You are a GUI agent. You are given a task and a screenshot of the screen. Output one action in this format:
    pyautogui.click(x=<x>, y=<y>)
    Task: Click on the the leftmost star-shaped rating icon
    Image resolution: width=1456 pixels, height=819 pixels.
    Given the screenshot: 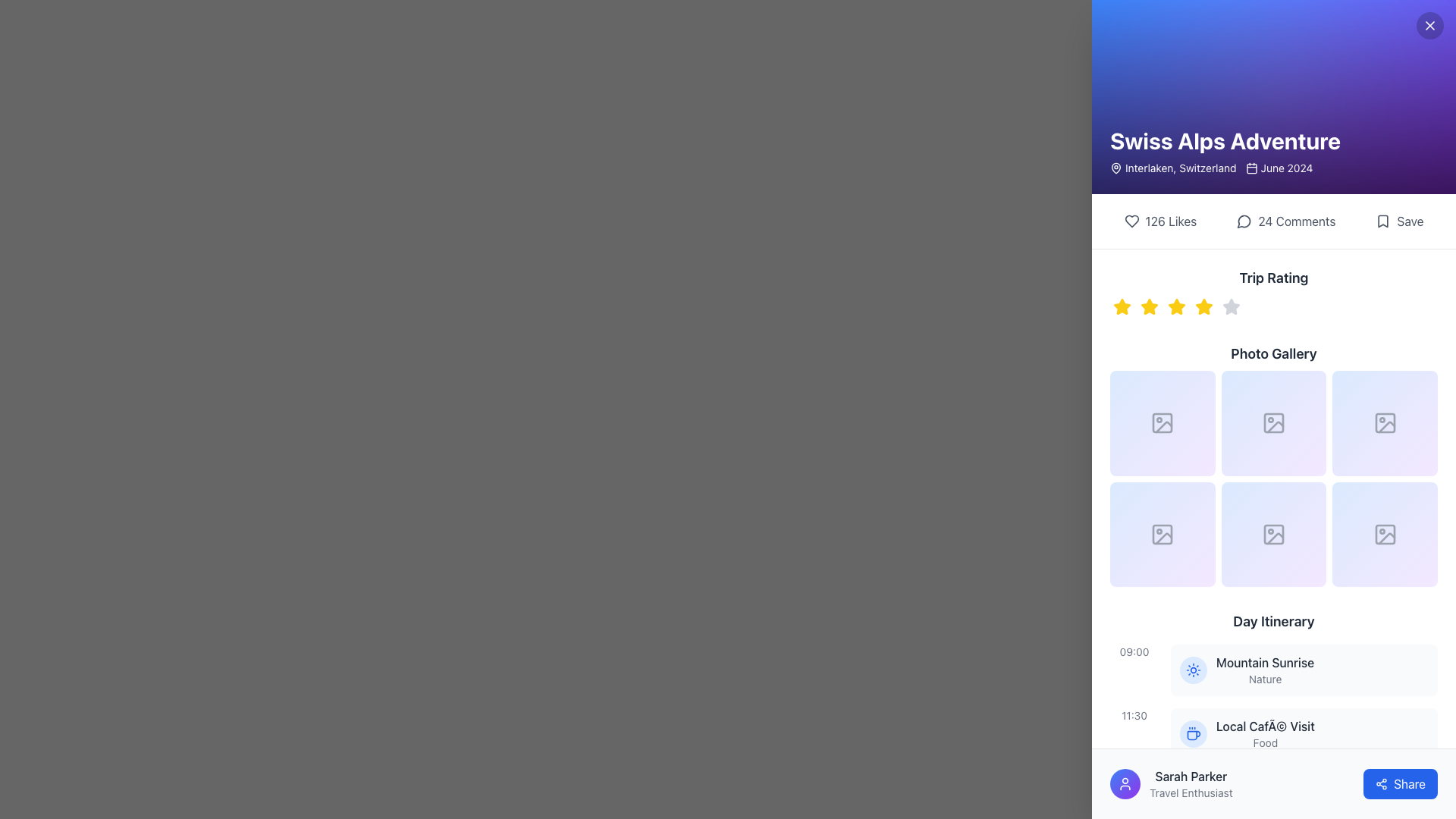 What is the action you would take?
    pyautogui.click(x=1121, y=306)
    